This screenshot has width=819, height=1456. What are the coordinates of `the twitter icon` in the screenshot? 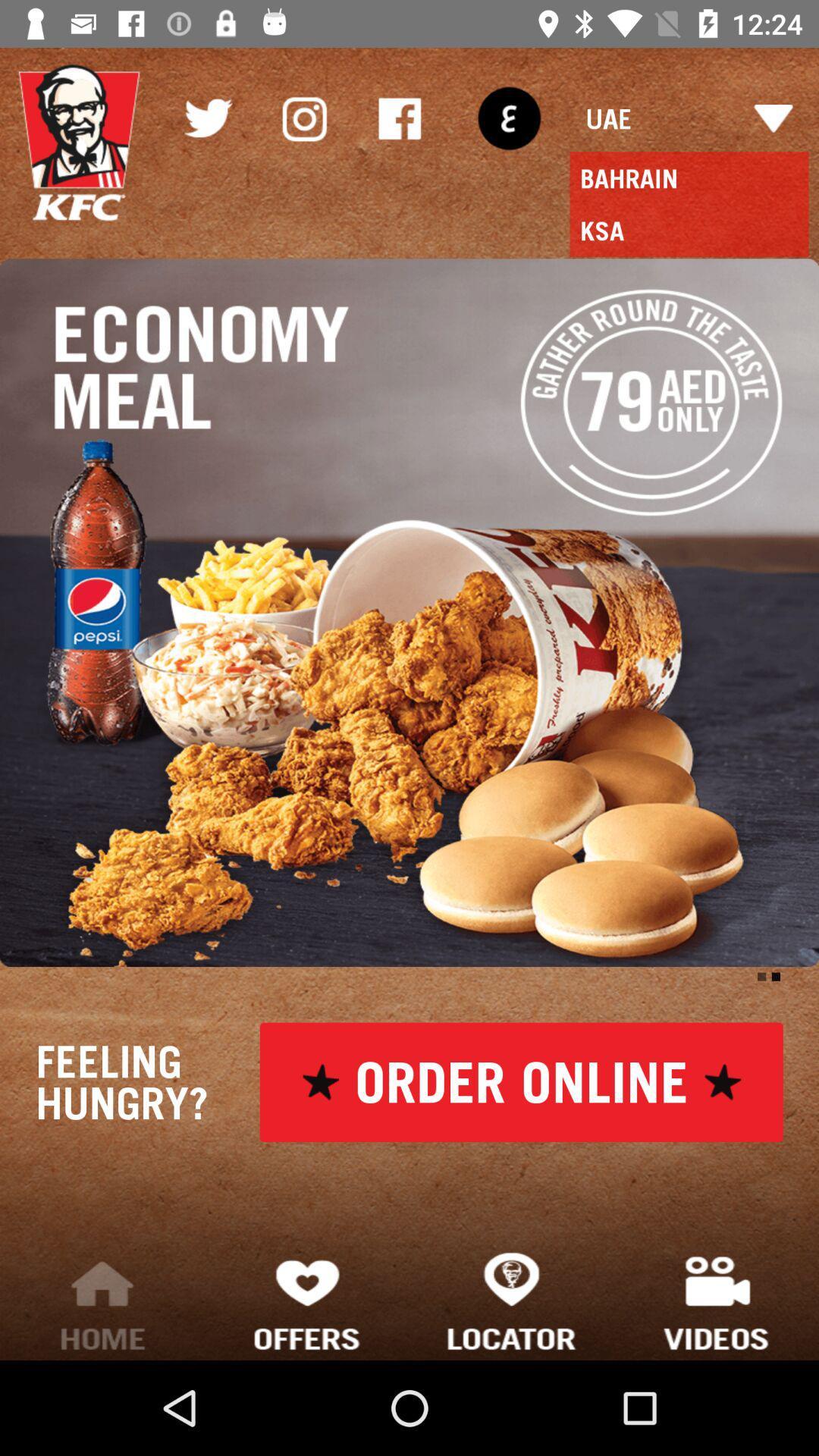 It's located at (207, 118).